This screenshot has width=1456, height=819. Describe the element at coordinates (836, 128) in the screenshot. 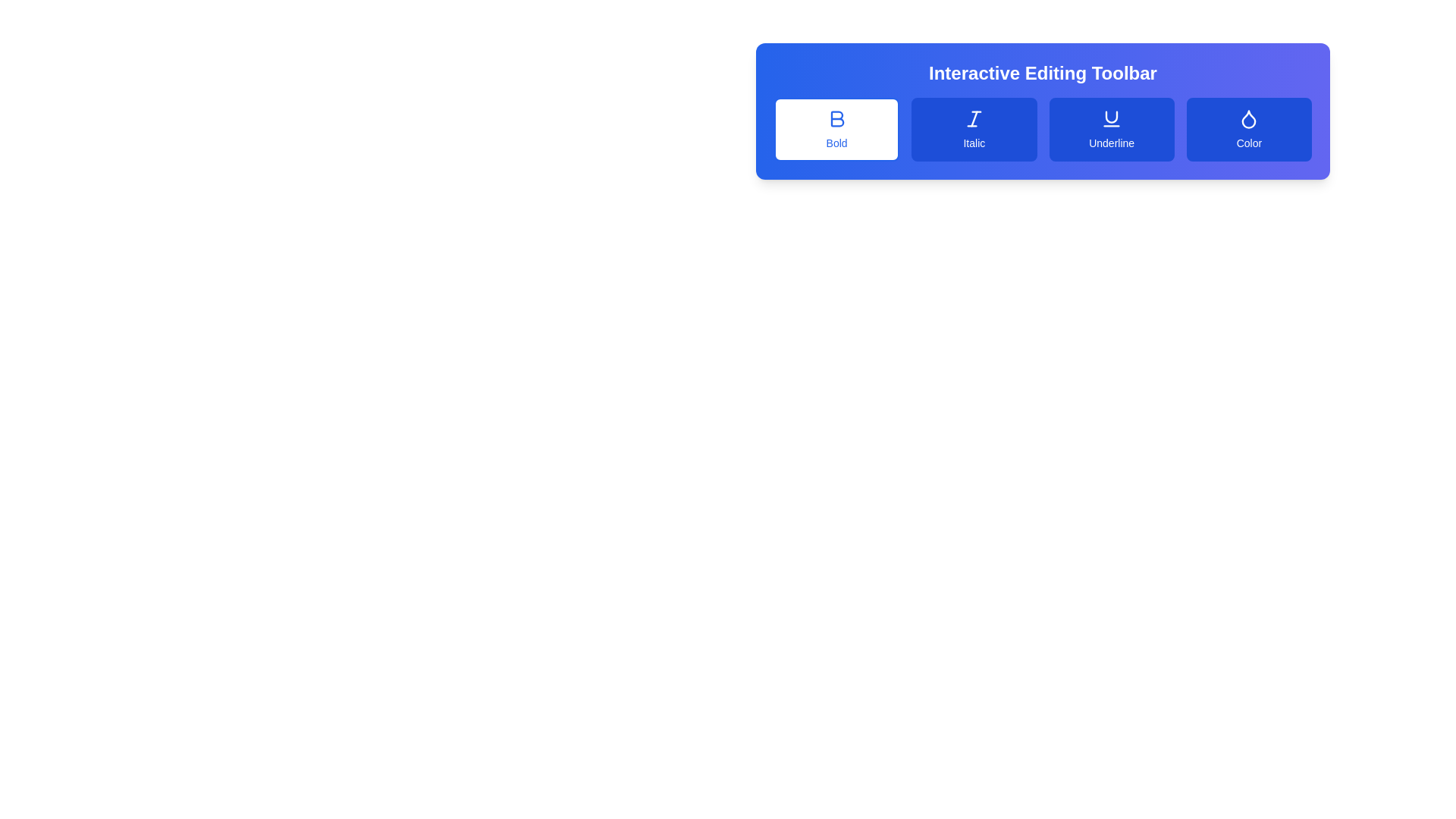

I see `the 'Bold' button with a blue border and a white background, which features an icon of a bold letter 'B' and the label 'Bold' below it` at that location.